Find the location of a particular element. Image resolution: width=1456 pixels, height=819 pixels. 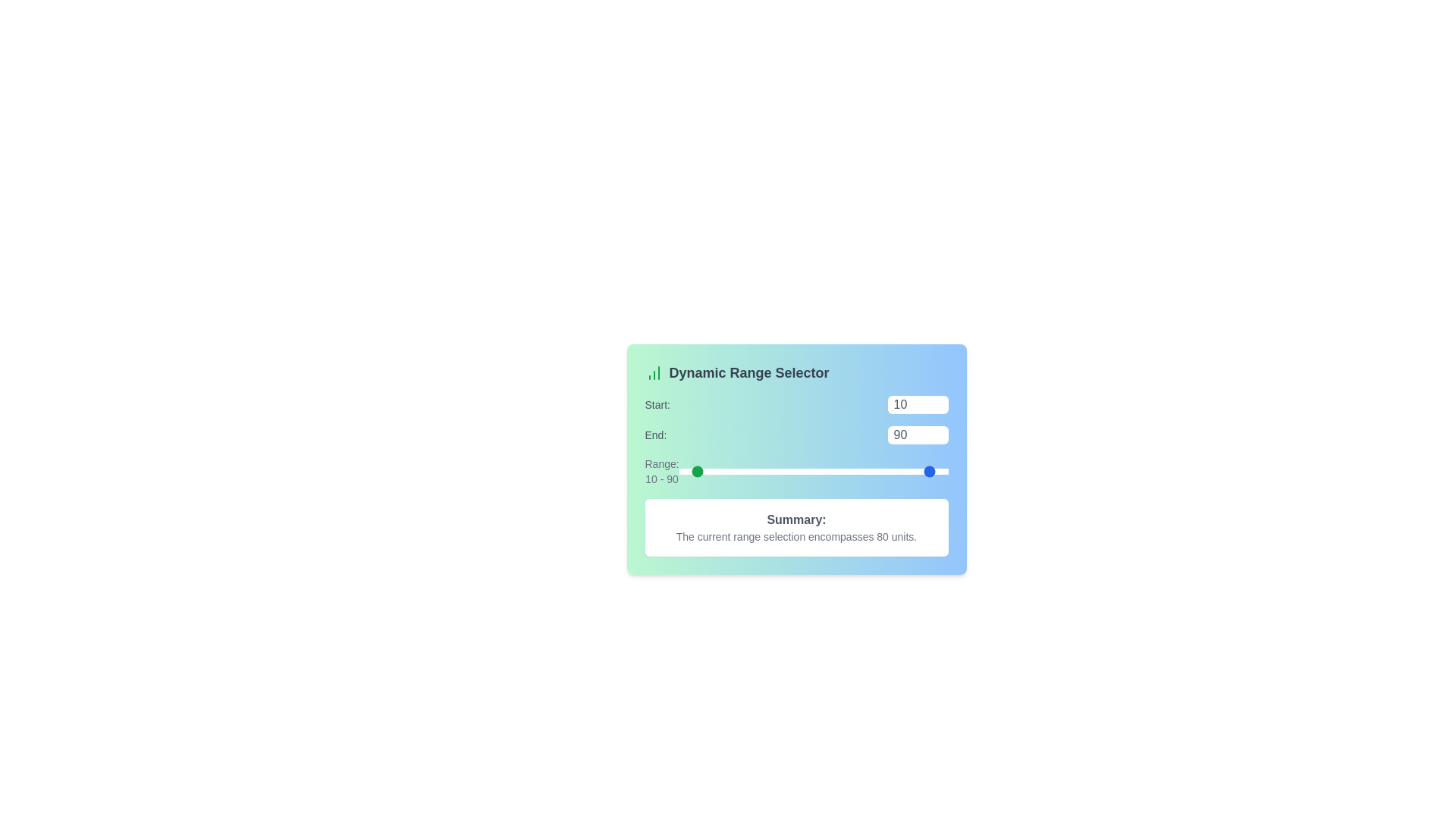

the 'Start' range slider to 31 is located at coordinates (720, 470).